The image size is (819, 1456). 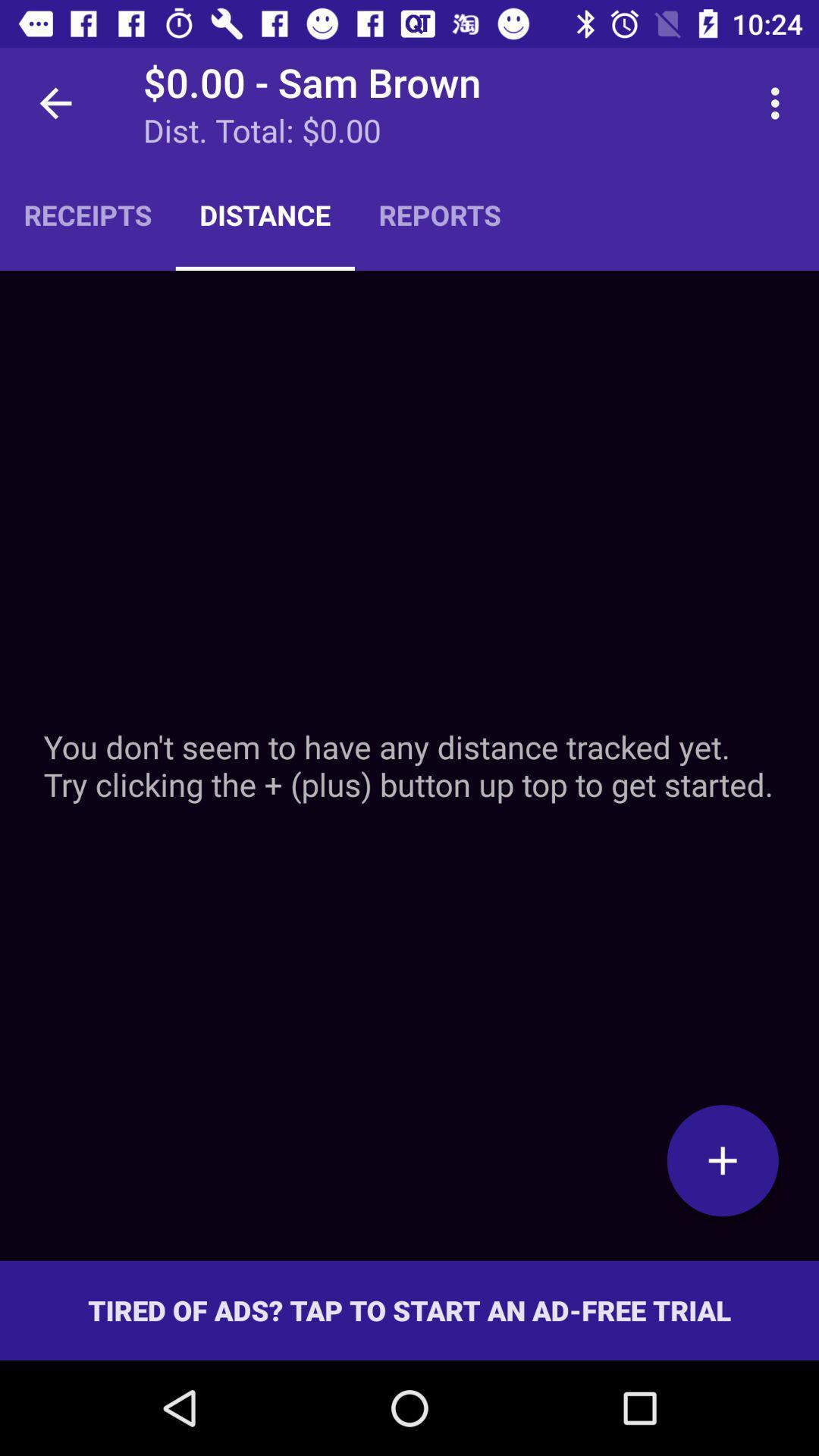 What do you see at coordinates (87, 214) in the screenshot?
I see `item to the left of distance item` at bounding box center [87, 214].